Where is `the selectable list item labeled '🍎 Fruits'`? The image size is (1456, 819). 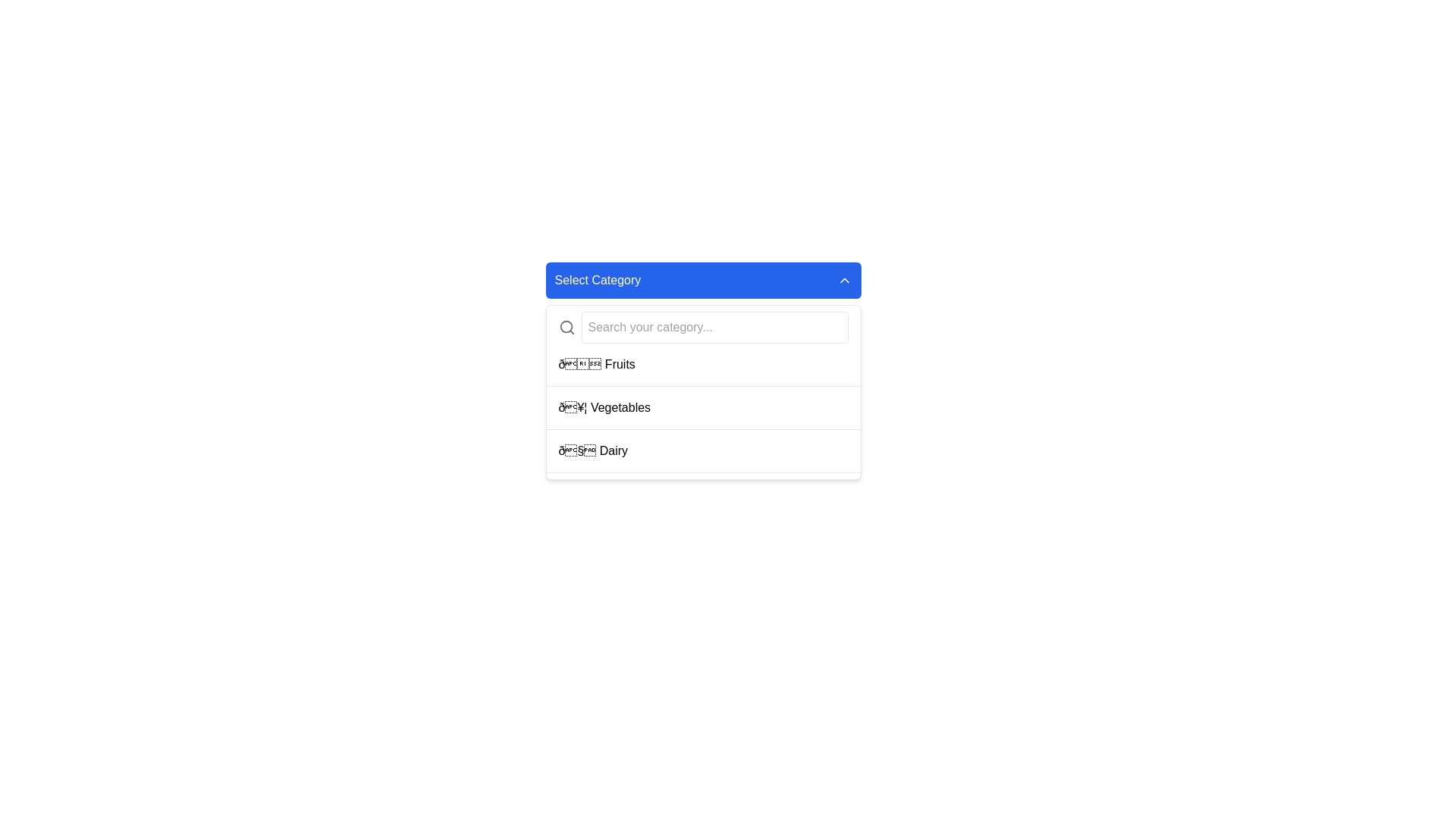
the selectable list item labeled '🍎 Fruits' is located at coordinates (596, 365).